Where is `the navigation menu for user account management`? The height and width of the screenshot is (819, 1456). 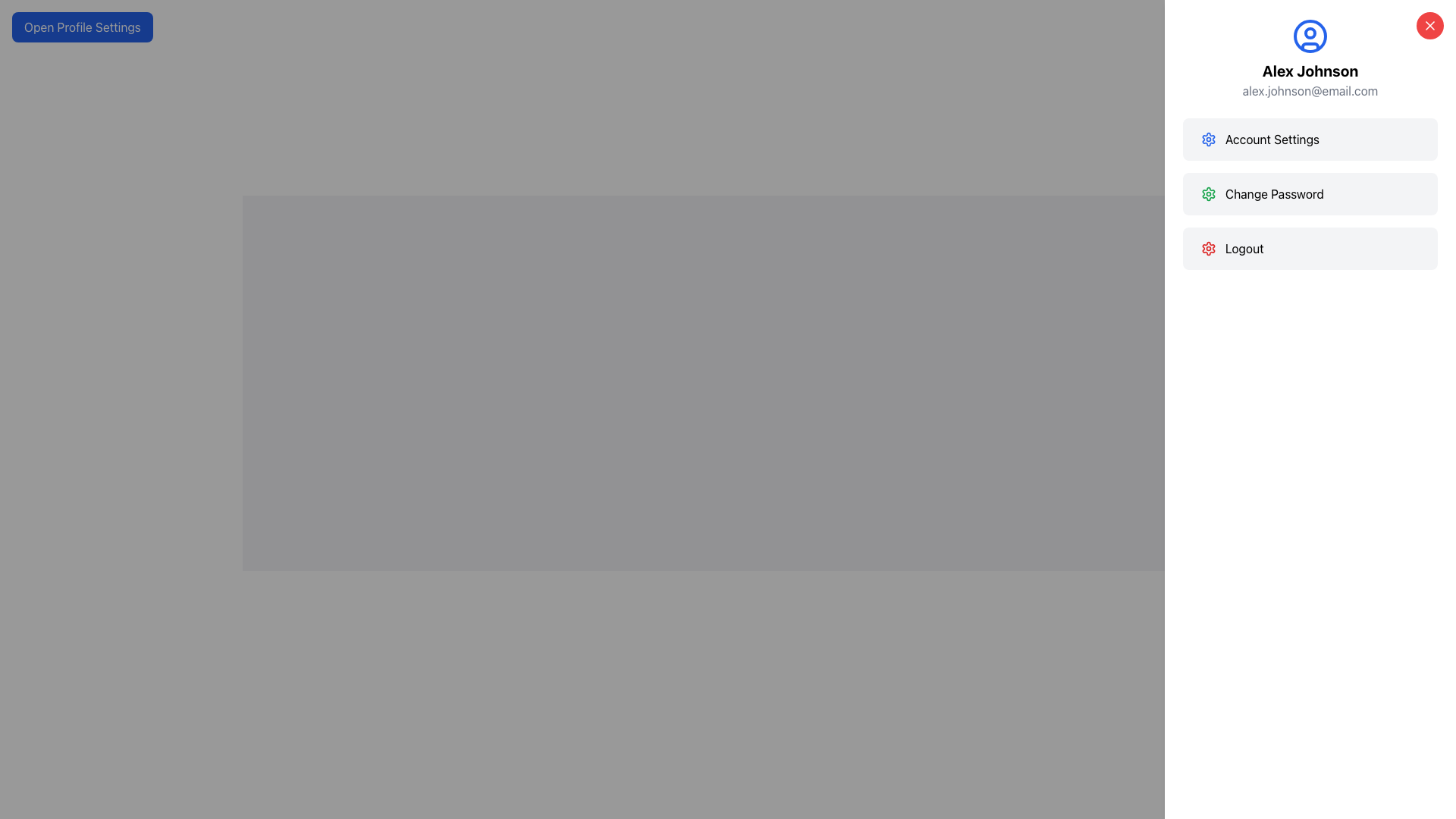 the navigation menu for user account management is located at coordinates (1310, 193).